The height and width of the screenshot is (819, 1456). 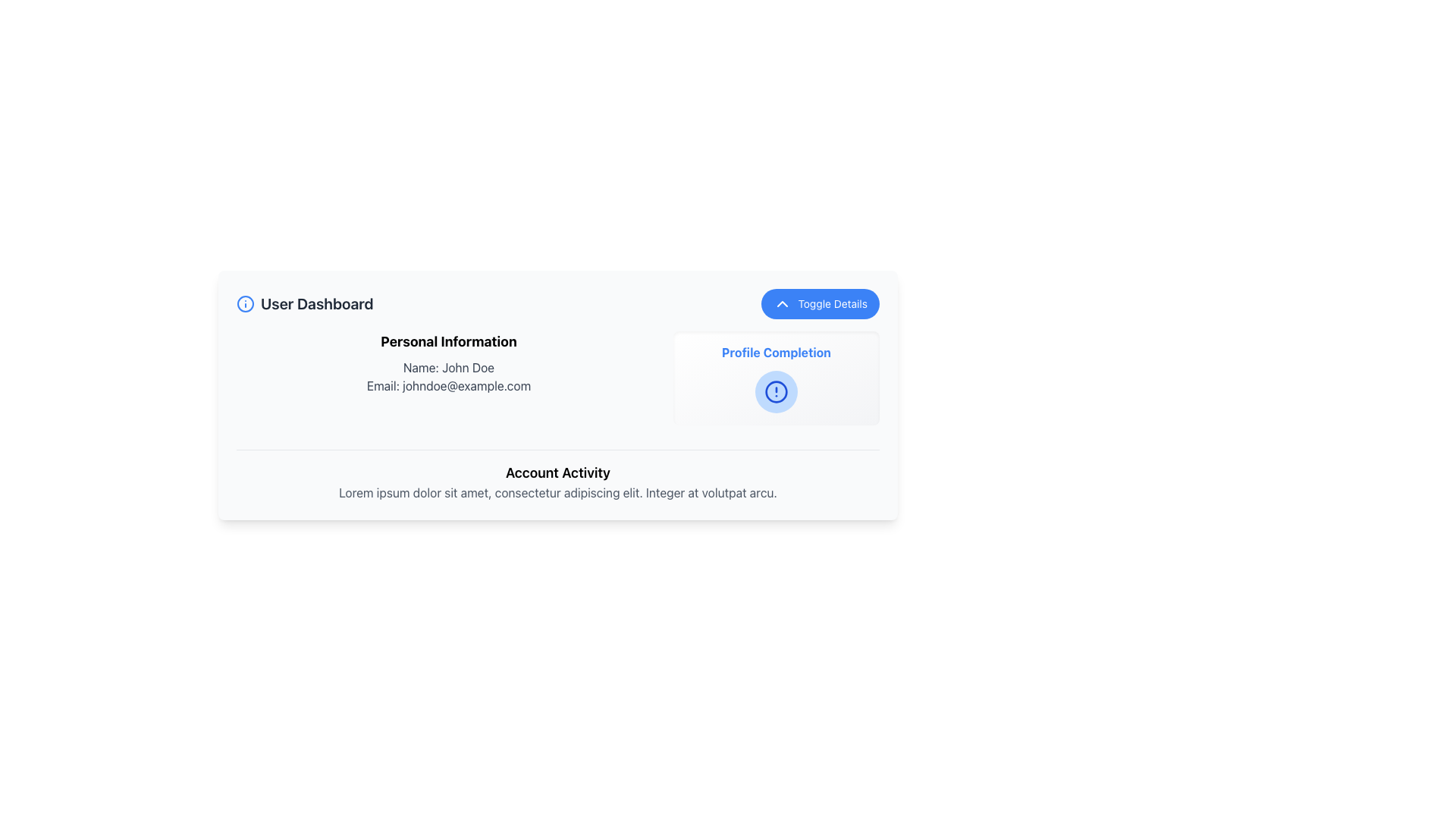 What do you see at coordinates (557, 493) in the screenshot?
I see `the text paragraph styled in gray color that contains the placeholder sentence beginning with 'Lorem ipsum dolor sit amet,' located below the 'Account Activity' header` at bounding box center [557, 493].